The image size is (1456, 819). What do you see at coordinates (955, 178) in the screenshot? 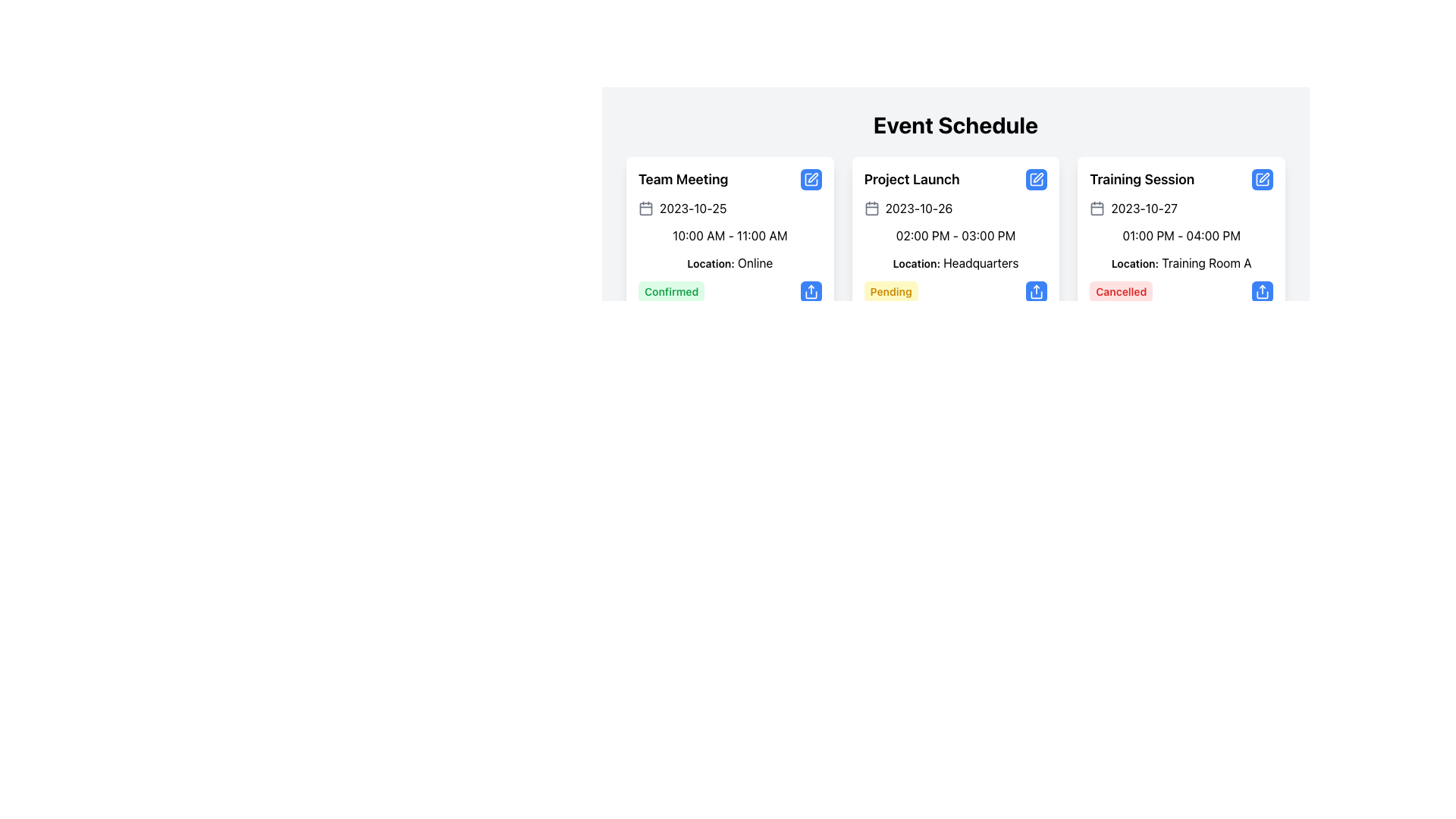
I see `the text label displaying 'Project Launch' at the top of the middle card in a row of three cards` at bounding box center [955, 178].